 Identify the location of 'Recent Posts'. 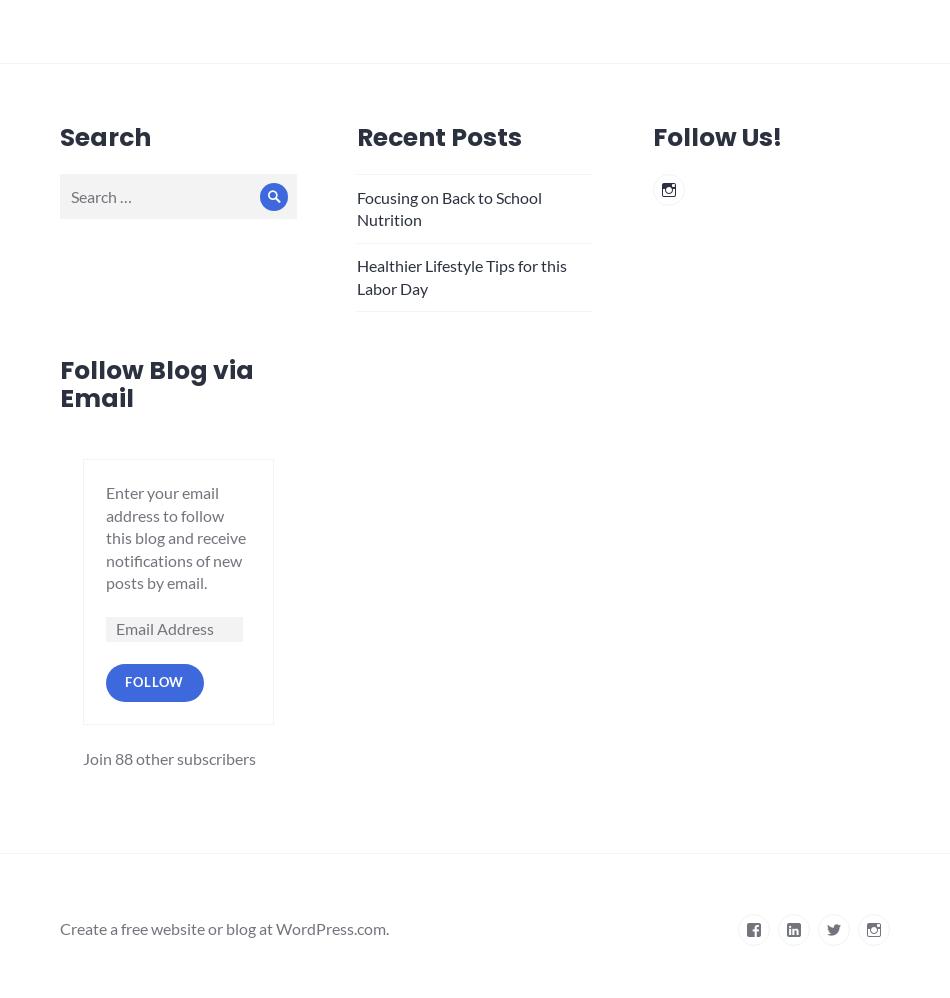
(354, 136).